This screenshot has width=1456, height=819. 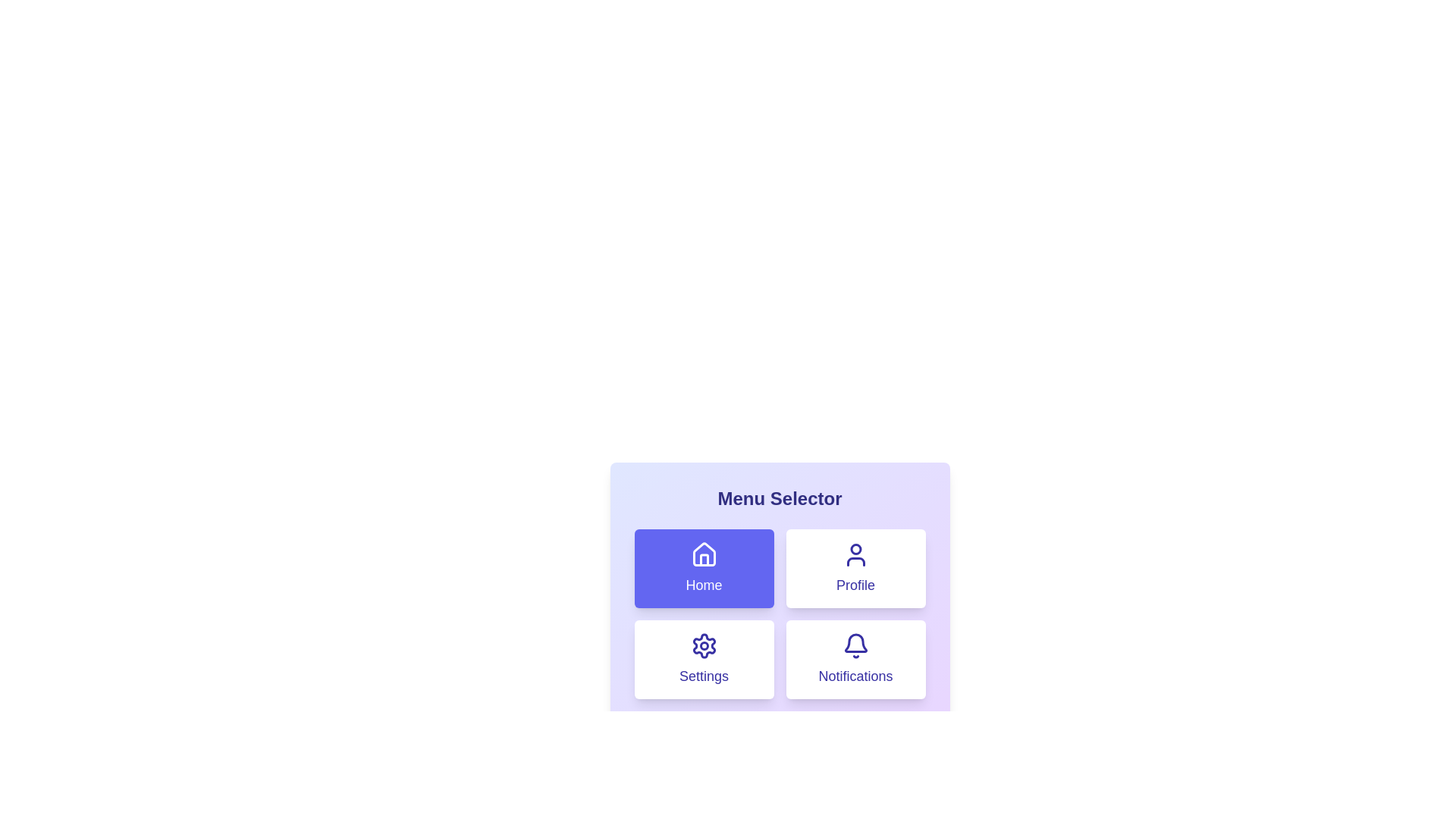 What do you see at coordinates (703, 568) in the screenshot?
I see `the menu option Home to select it` at bounding box center [703, 568].